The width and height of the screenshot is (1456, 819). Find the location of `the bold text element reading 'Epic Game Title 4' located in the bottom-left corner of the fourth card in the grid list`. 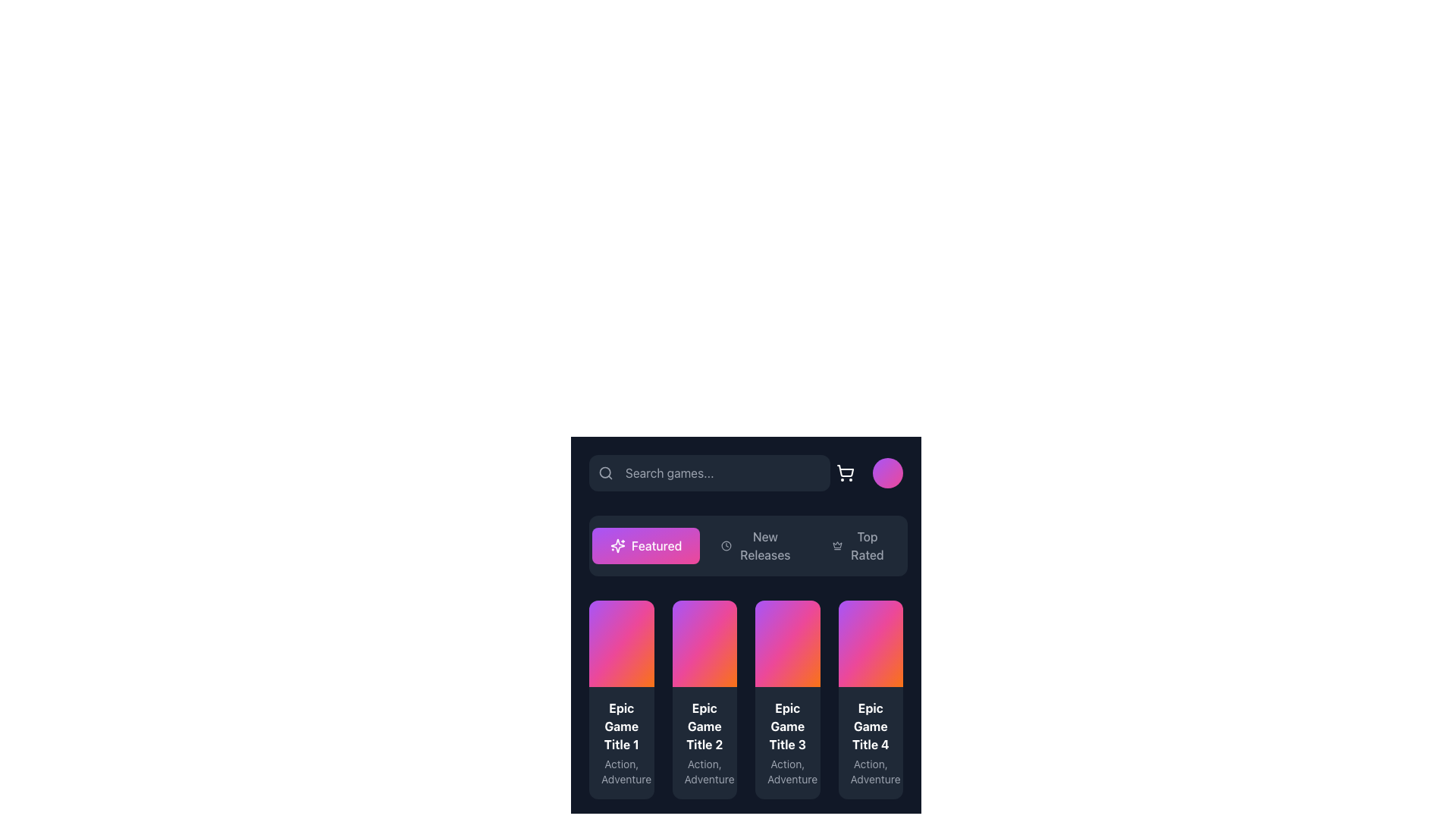

the bold text element reading 'Epic Game Title 4' located in the bottom-left corner of the fourth card in the grid list is located at coordinates (871, 725).